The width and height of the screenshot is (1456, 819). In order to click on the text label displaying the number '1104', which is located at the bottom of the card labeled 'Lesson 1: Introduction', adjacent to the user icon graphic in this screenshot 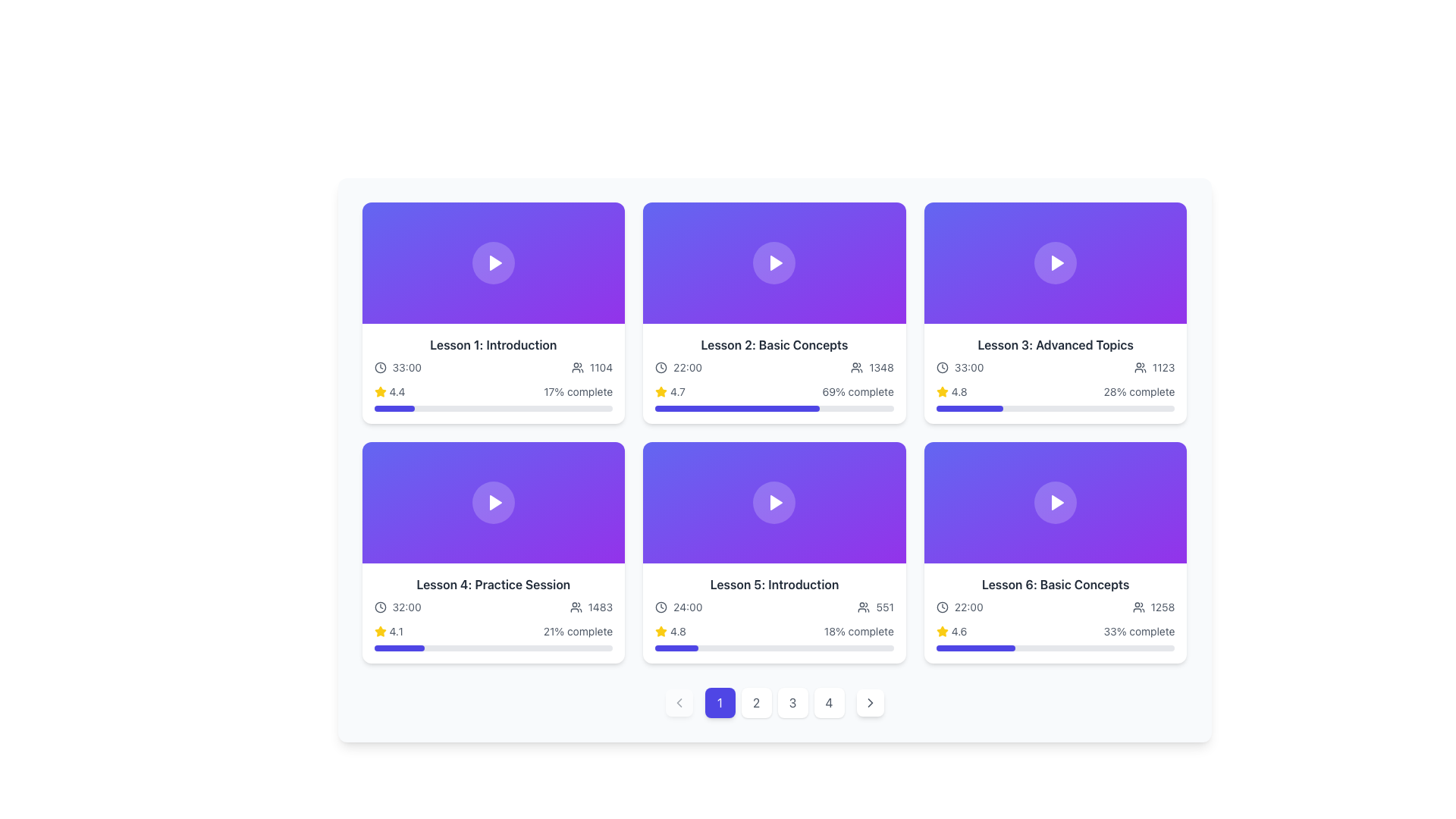, I will do `click(600, 368)`.